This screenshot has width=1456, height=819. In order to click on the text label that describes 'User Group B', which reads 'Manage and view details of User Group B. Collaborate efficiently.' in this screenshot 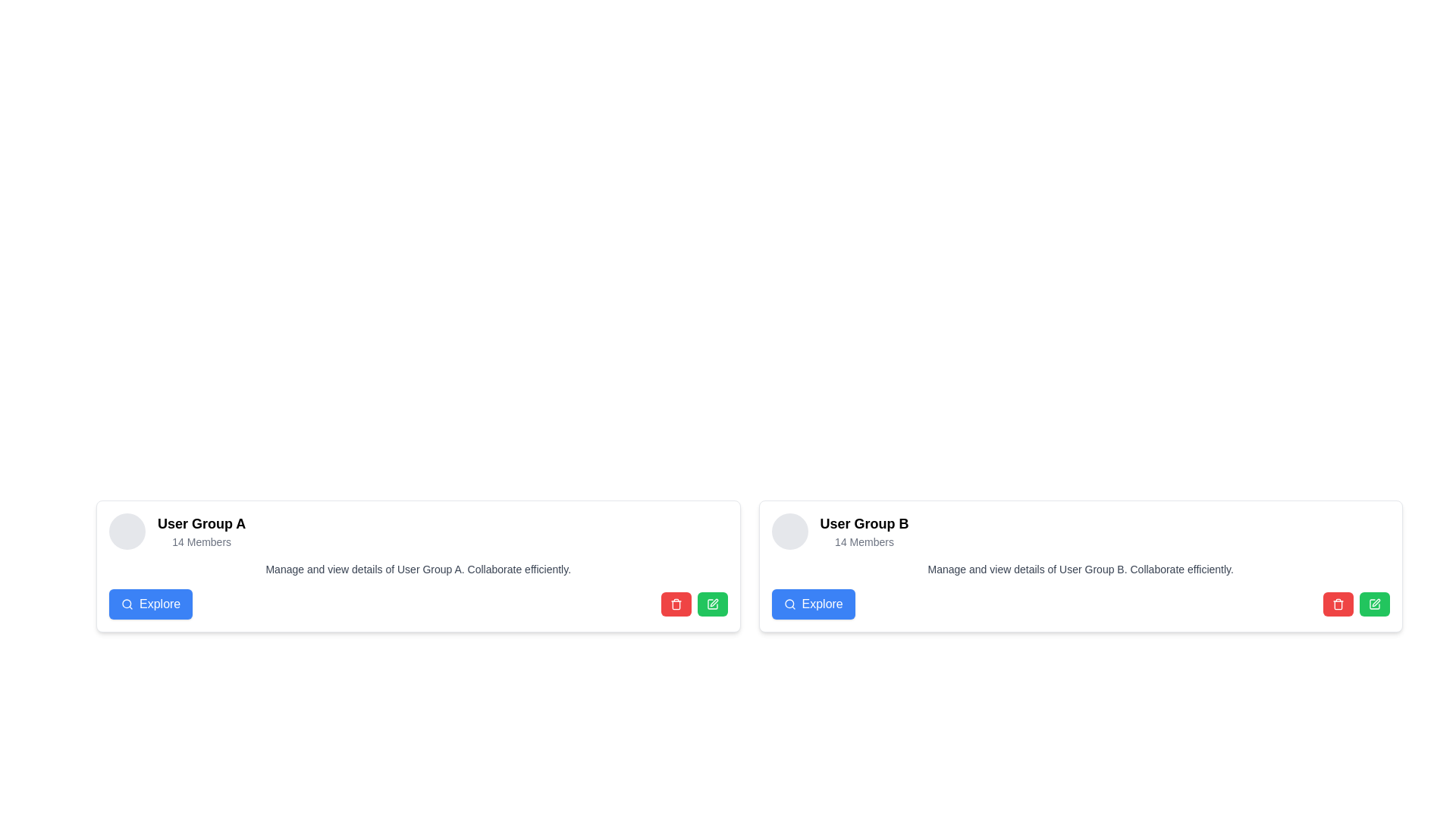, I will do `click(1080, 570)`.